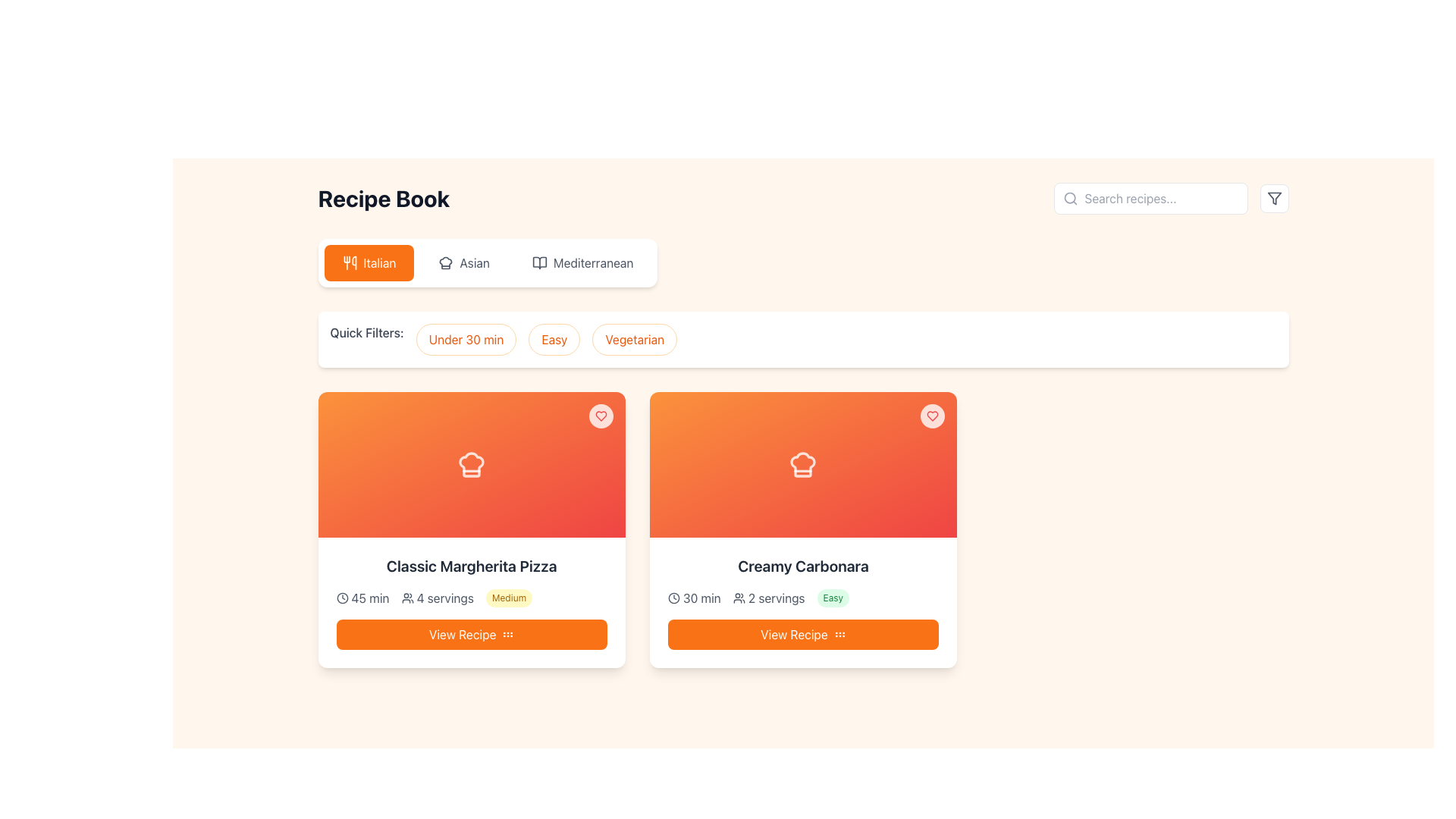 This screenshot has width=1456, height=819. I want to click on the icon depicting two stylized people outlines, located to the left of the text '2 servings' in the 'Creamy Carbonara' card, so click(739, 598).